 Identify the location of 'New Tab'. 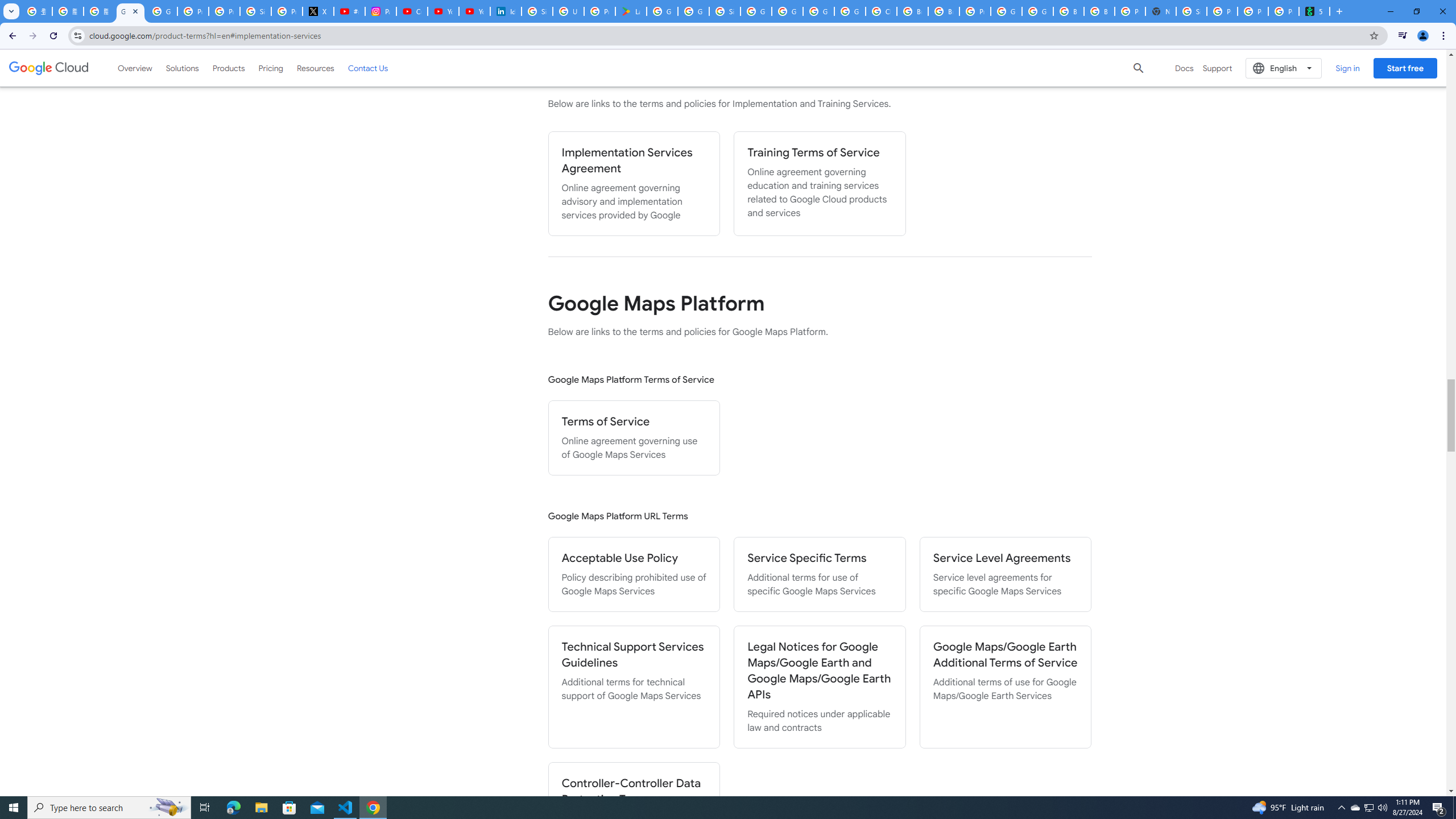
(1160, 11).